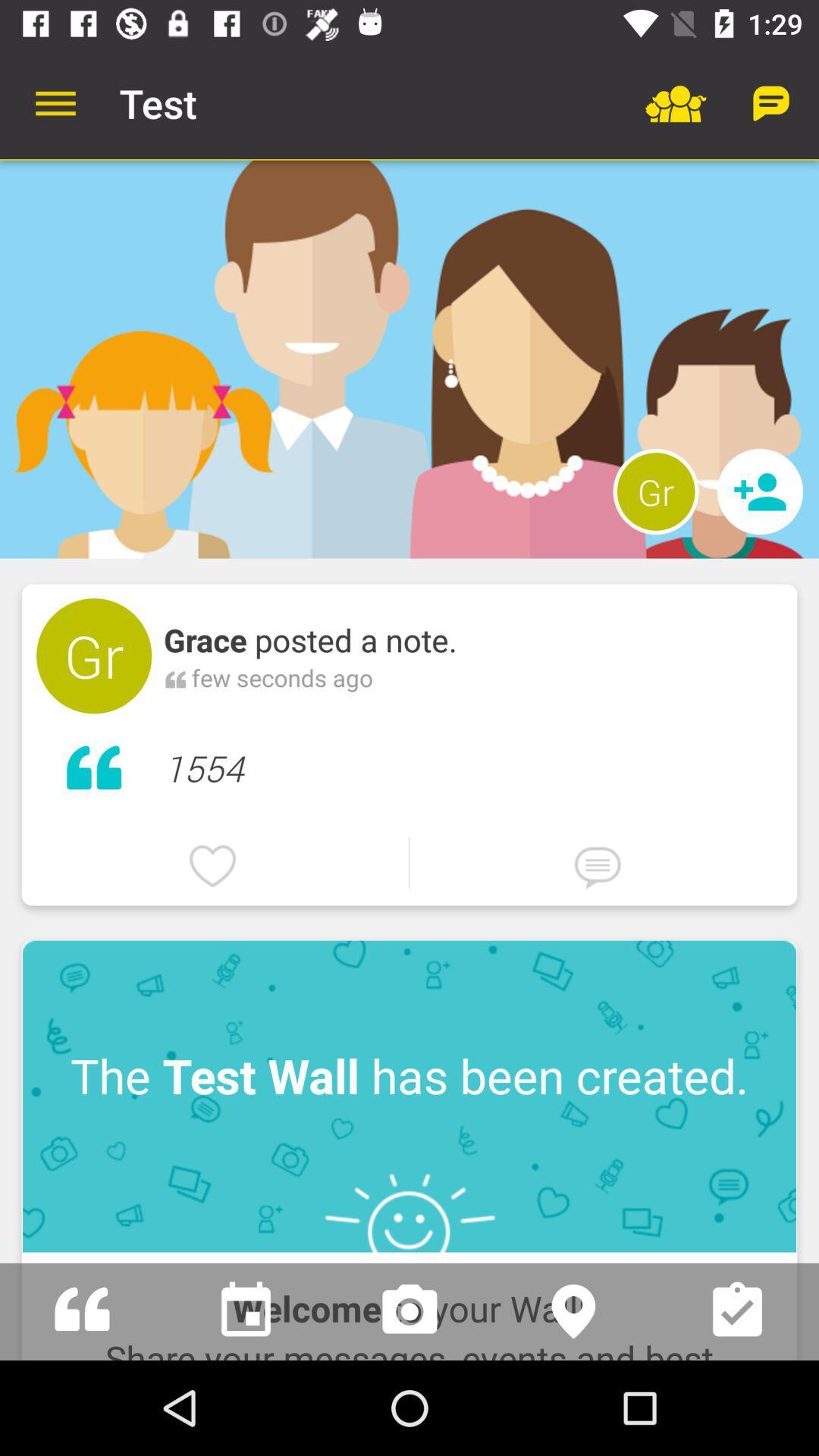  What do you see at coordinates (573, 1310) in the screenshot?
I see `location identification` at bounding box center [573, 1310].